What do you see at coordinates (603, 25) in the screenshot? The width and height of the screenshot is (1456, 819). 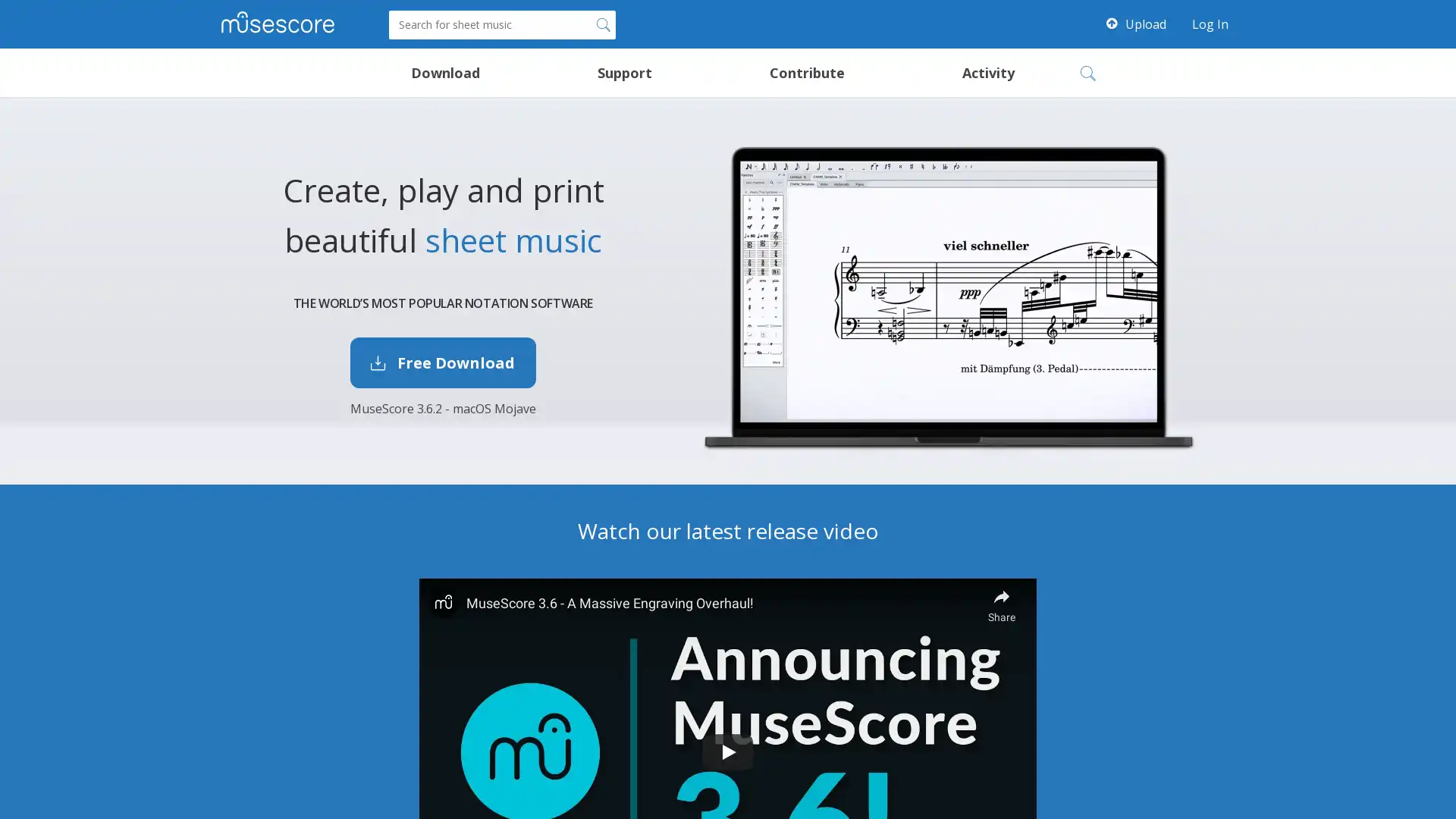 I see `Search` at bounding box center [603, 25].